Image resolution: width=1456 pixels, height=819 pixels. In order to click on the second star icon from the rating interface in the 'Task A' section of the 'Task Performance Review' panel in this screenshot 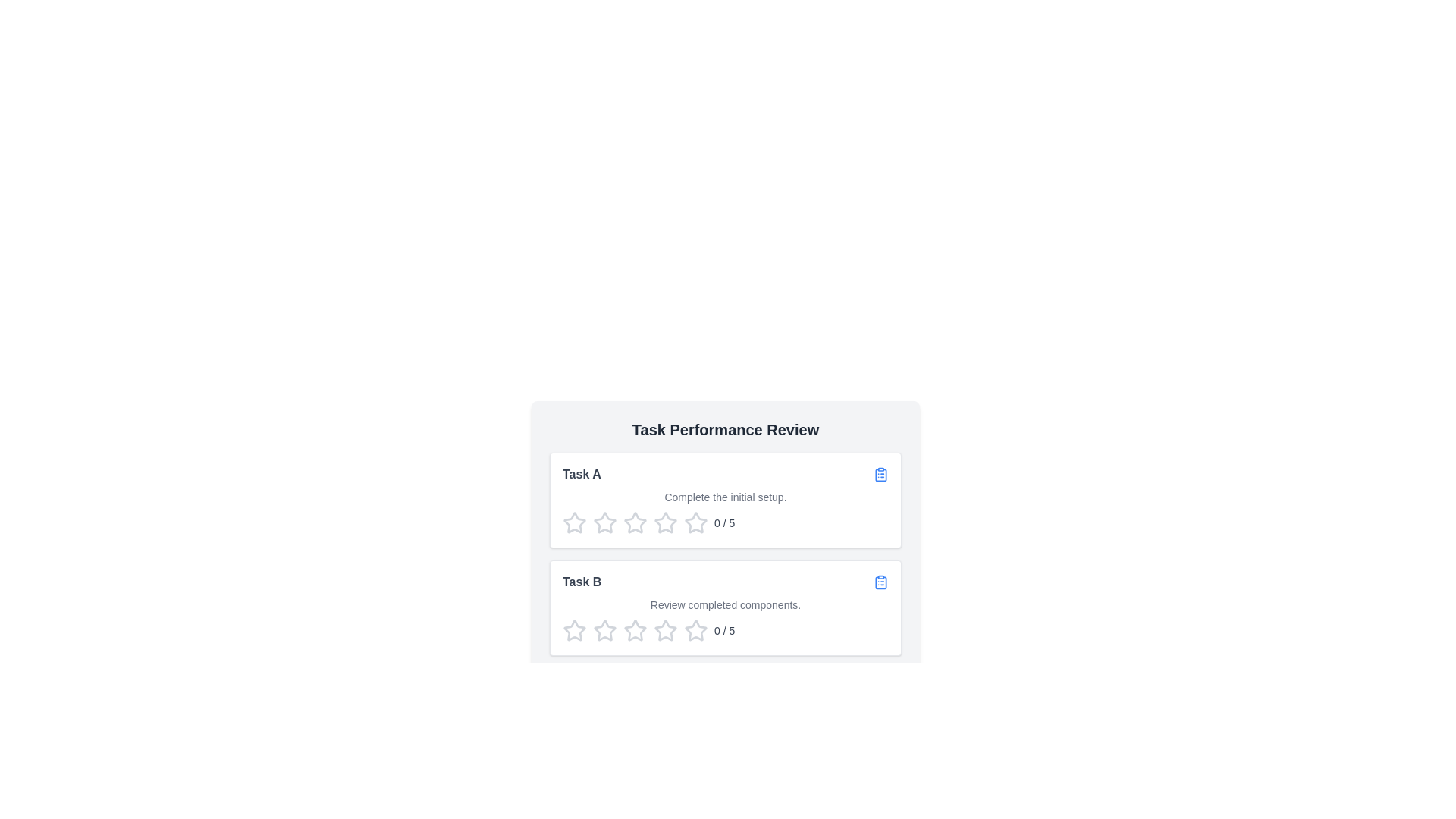, I will do `click(635, 522)`.